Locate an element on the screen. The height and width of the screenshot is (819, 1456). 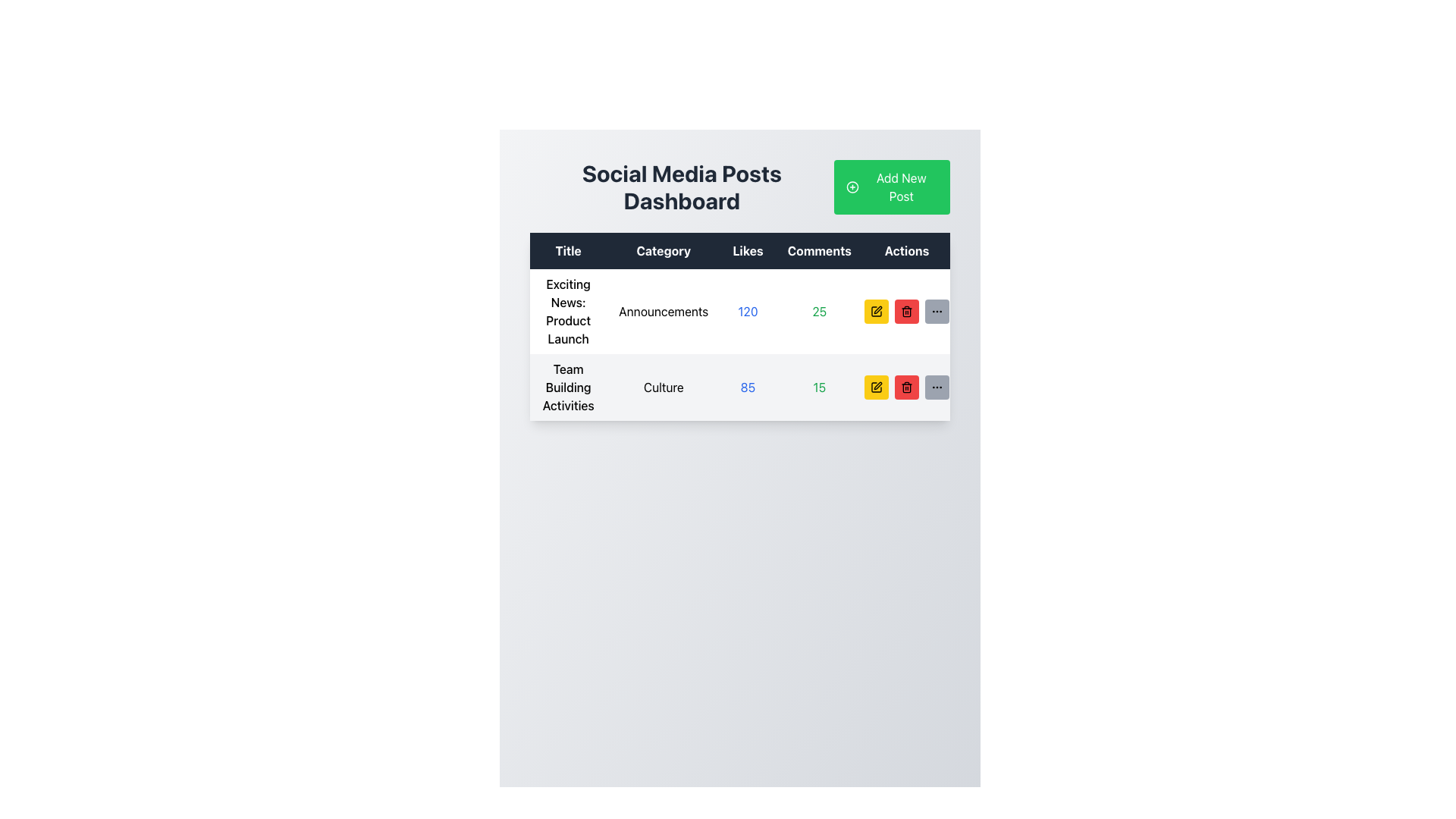
the 'Category' column header in the table, which is the second column header located between 'Title' and 'Likes' is located at coordinates (664, 250).